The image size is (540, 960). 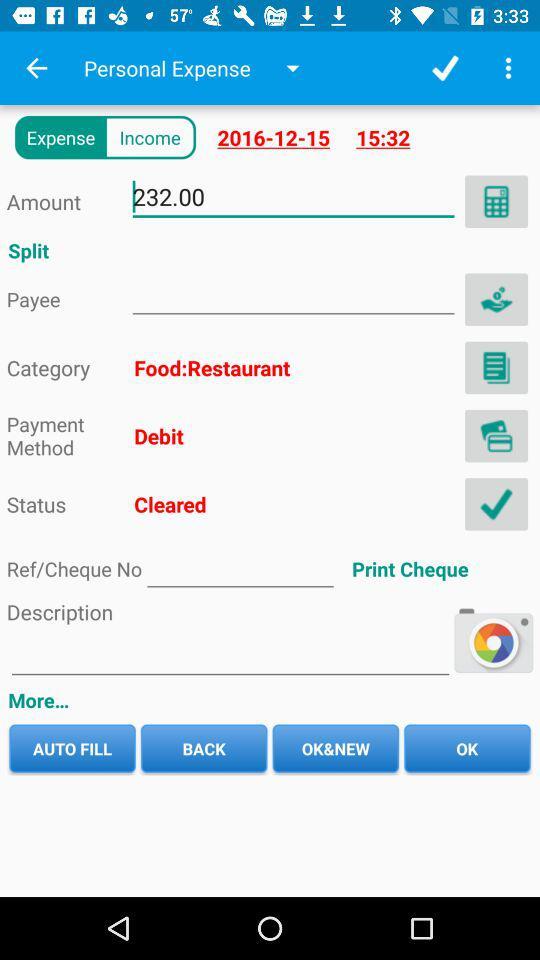 What do you see at coordinates (508, 68) in the screenshot?
I see `tout pega` at bounding box center [508, 68].